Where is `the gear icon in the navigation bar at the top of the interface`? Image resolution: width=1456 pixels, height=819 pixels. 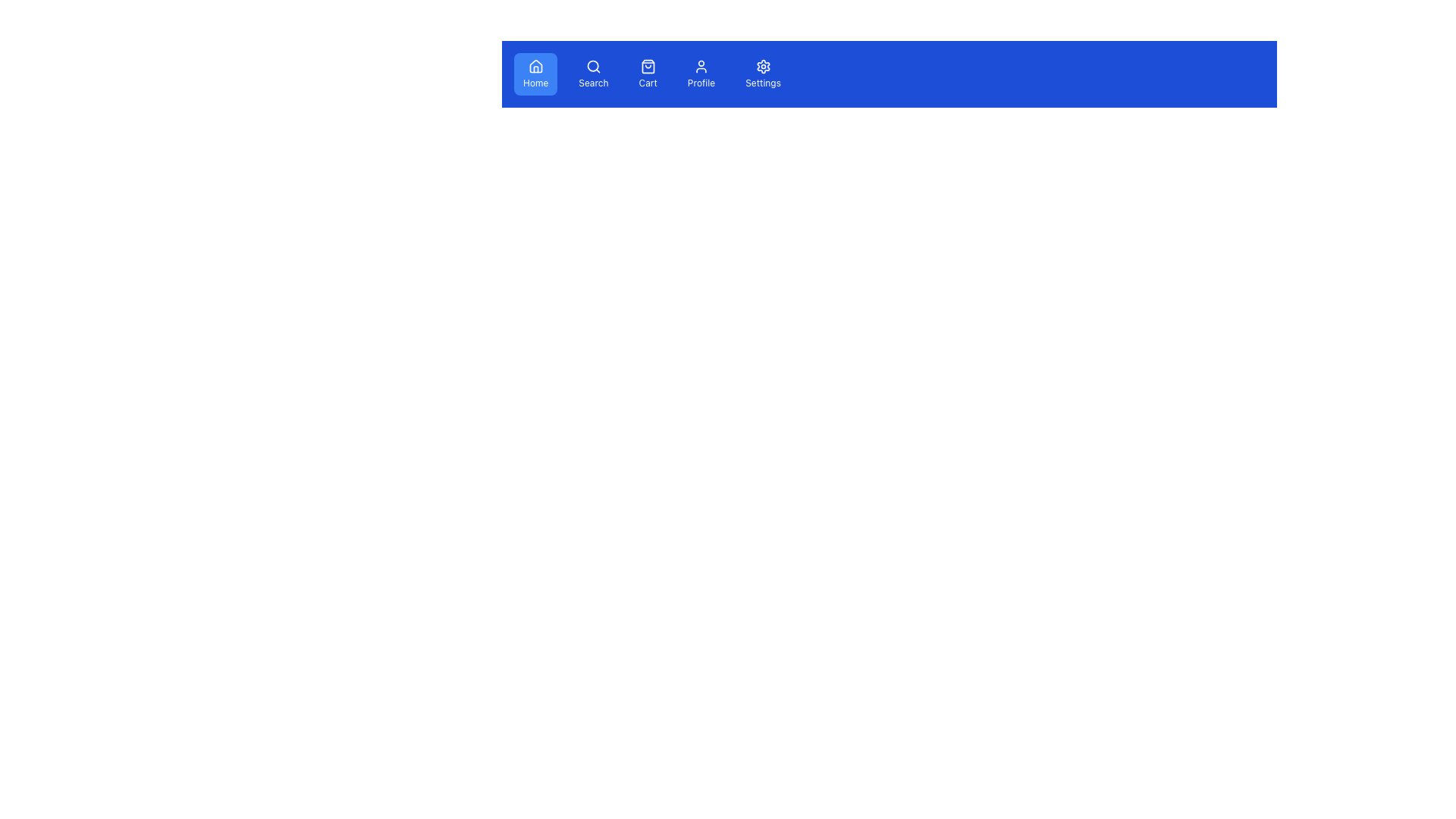
the gear icon in the navigation bar at the top of the interface is located at coordinates (763, 66).